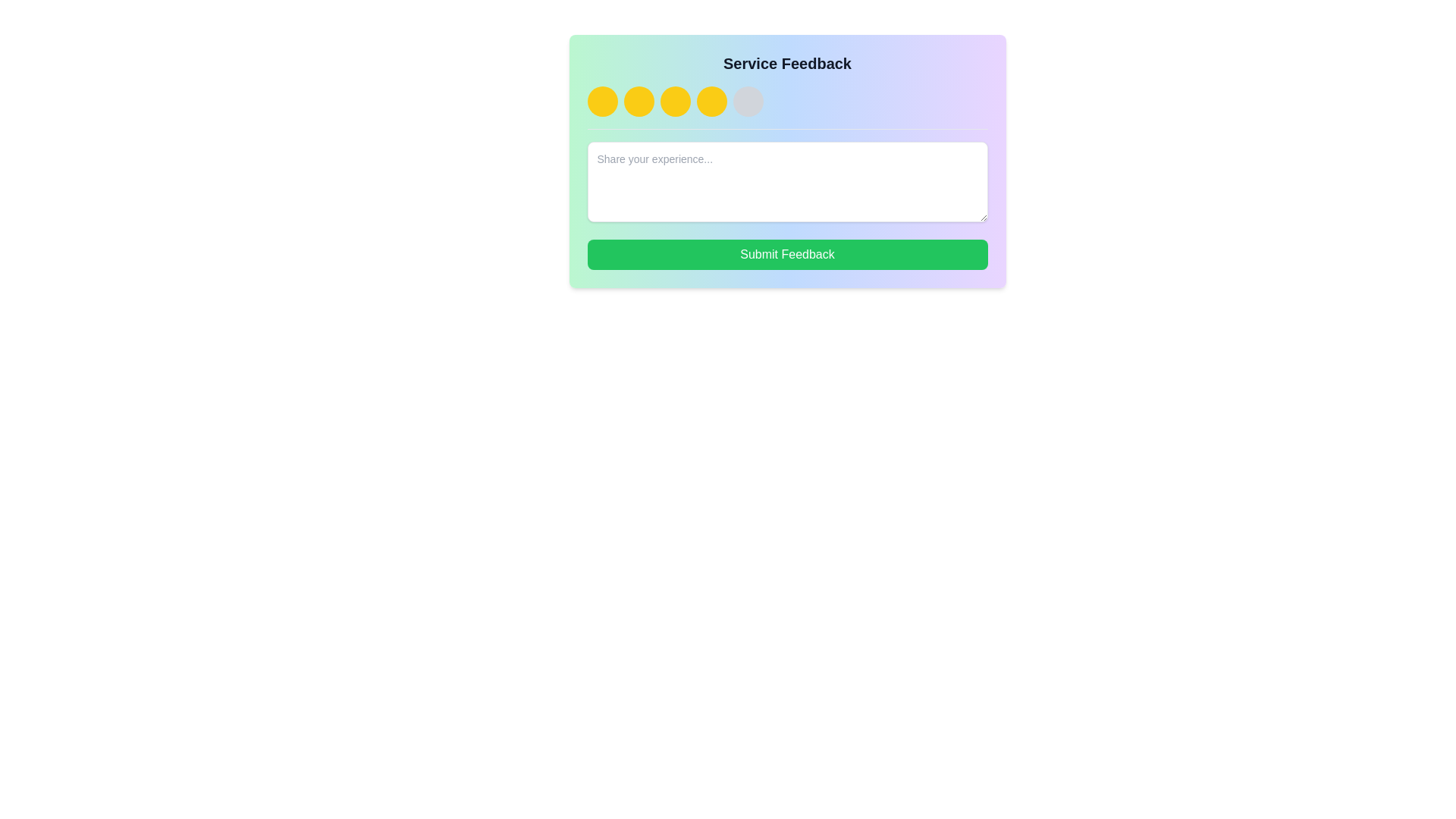 This screenshot has width=1456, height=819. I want to click on the interactive circular button with a bright yellow background, so click(639, 102).